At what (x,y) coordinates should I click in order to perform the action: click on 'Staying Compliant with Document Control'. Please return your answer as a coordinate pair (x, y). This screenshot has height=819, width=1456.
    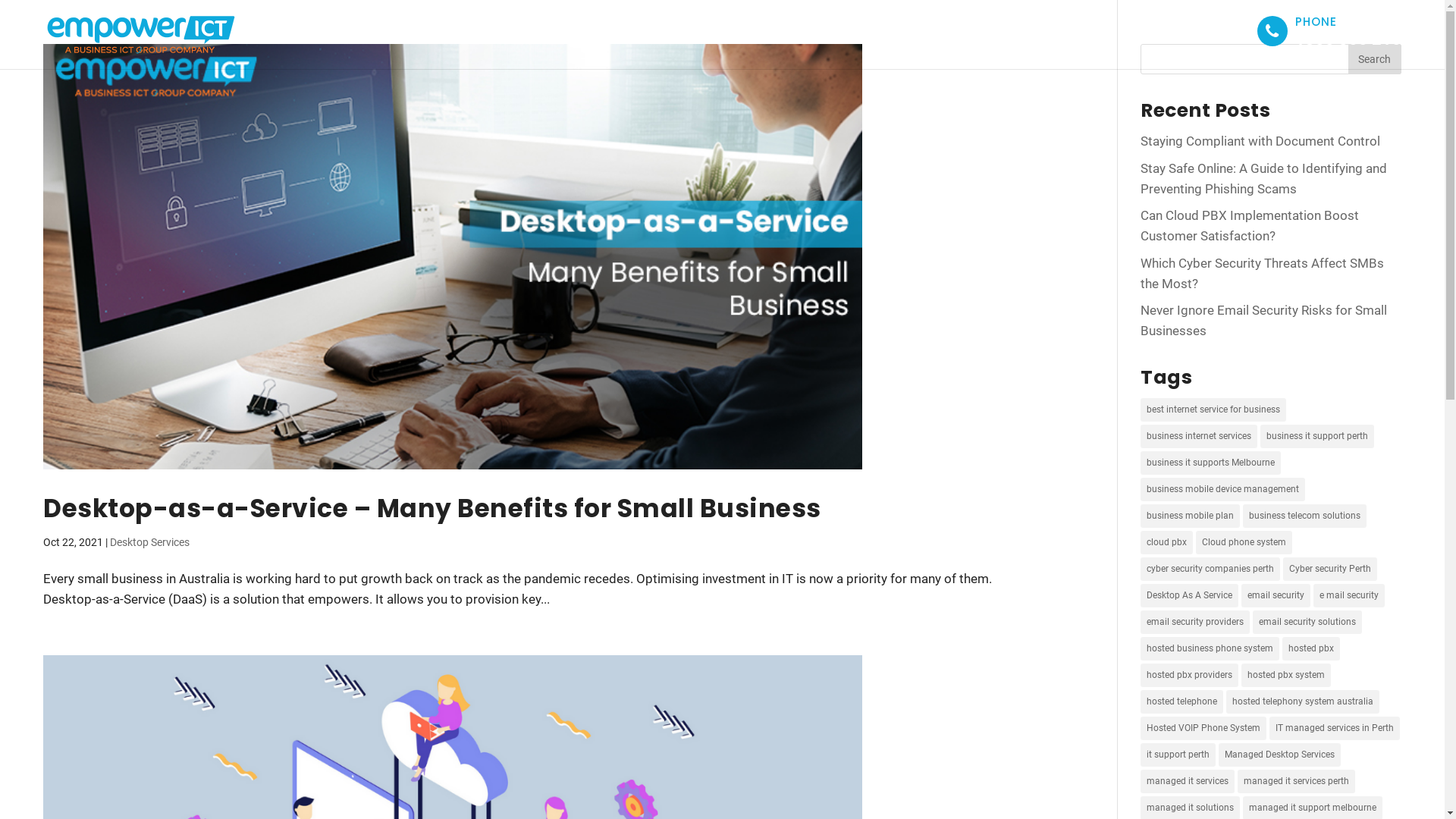
    Looking at the image, I should click on (1260, 140).